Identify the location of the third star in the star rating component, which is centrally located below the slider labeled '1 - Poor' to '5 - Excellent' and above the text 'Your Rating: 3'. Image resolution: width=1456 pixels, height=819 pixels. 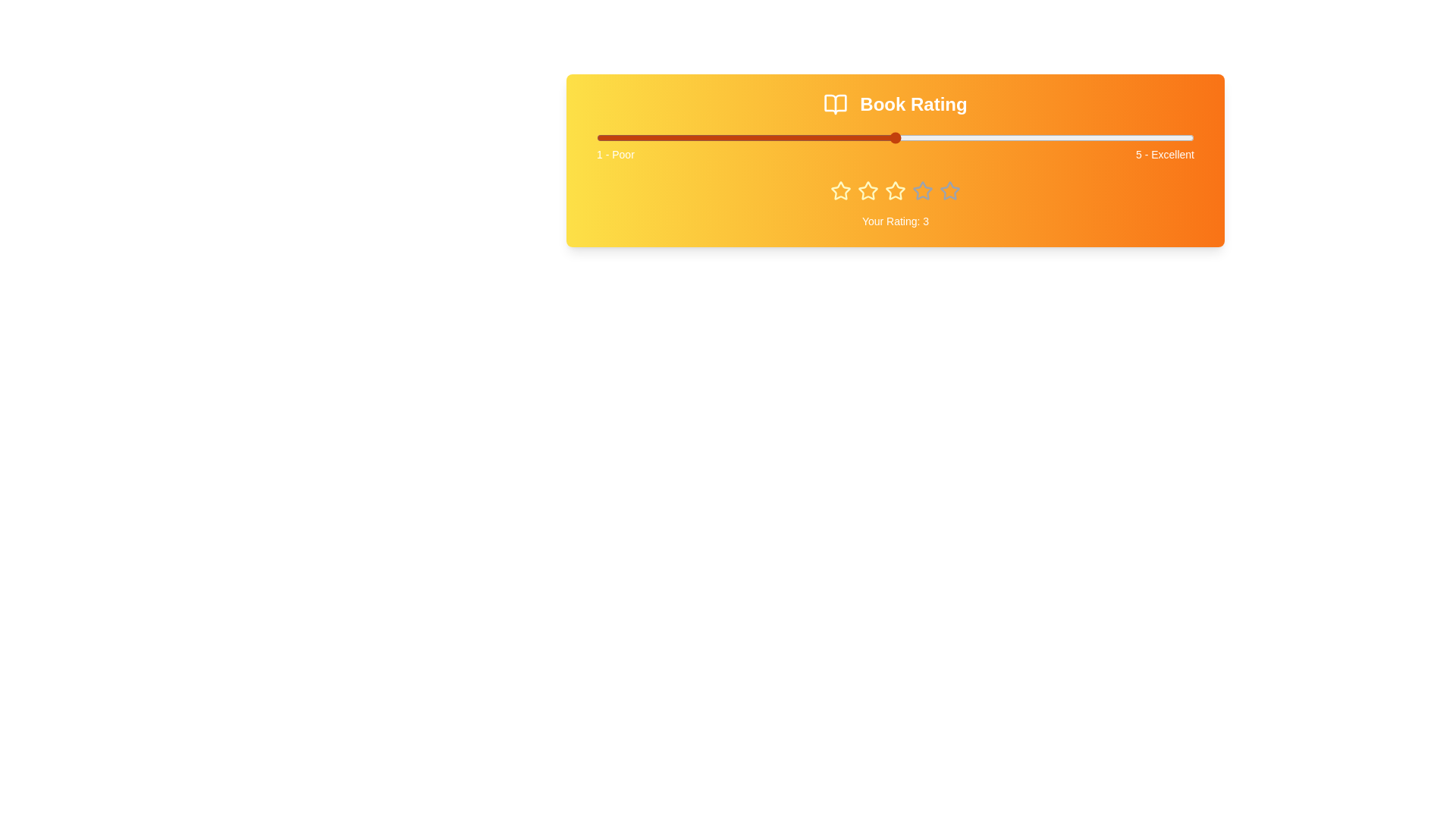
(895, 190).